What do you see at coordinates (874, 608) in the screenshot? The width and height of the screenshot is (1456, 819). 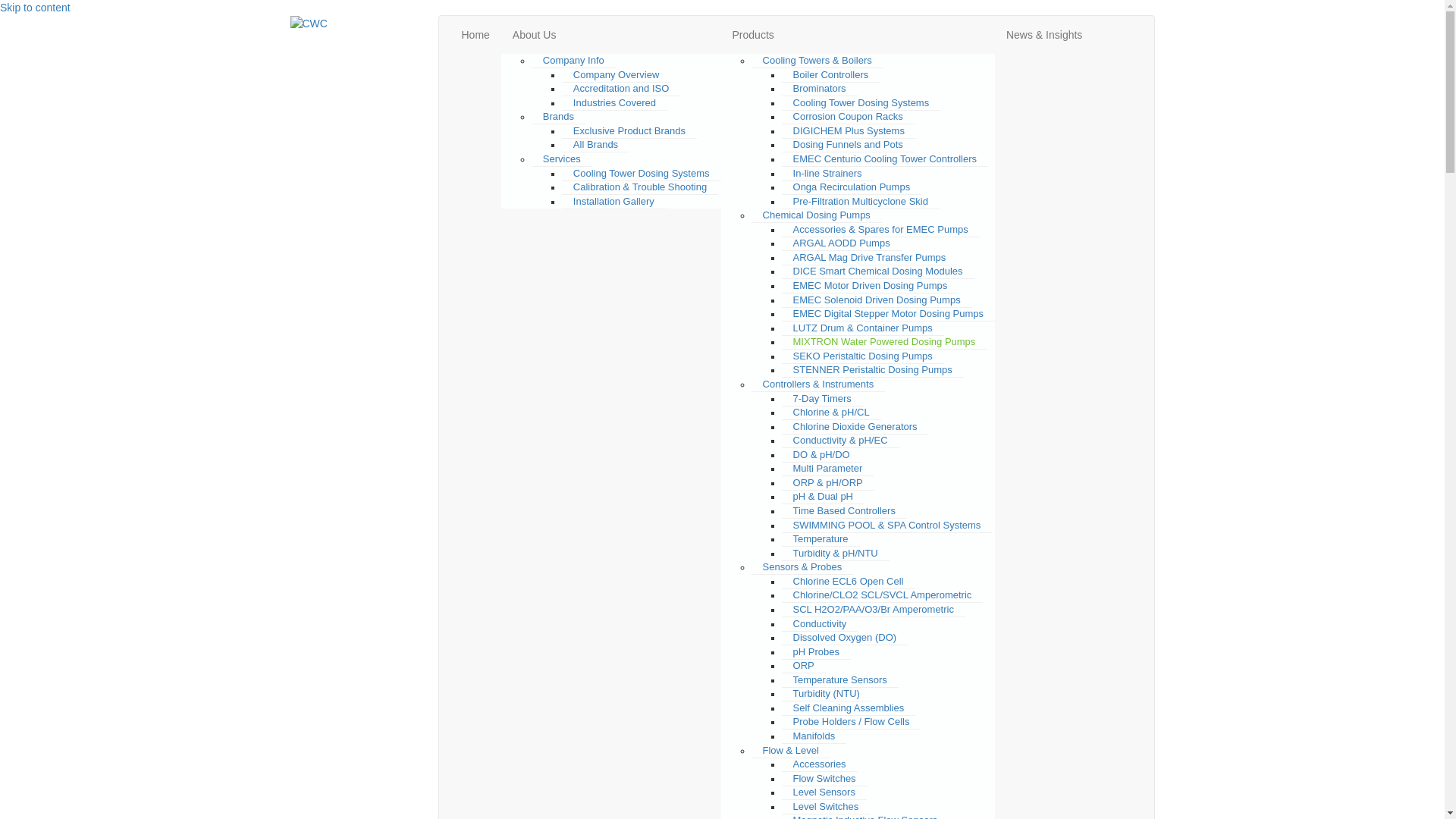 I see `'SCL H2O2/PAA/O3/Br Amperometric'` at bounding box center [874, 608].